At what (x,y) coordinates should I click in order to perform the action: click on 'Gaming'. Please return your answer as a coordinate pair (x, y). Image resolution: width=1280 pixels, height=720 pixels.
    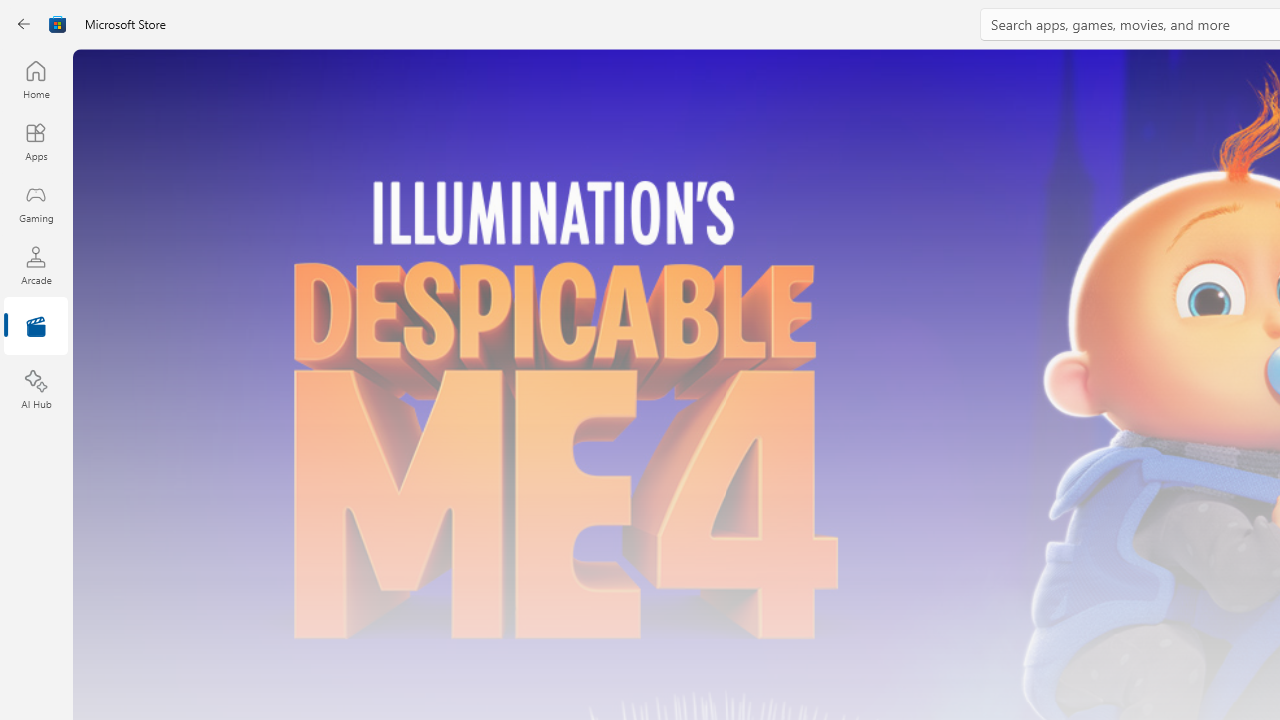
    Looking at the image, I should click on (35, 203).